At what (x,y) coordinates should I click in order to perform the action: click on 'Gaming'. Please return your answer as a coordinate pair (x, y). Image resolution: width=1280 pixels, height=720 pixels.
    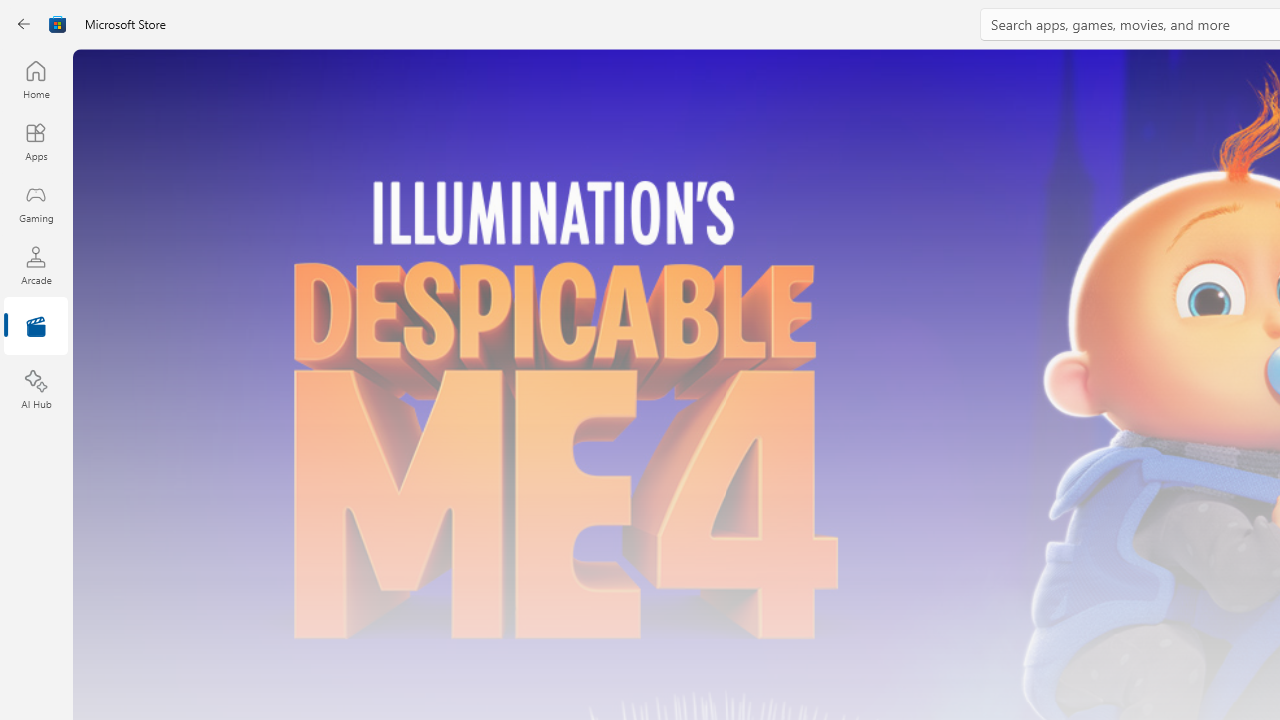
    Looking at the image, I should click on (35, 203).